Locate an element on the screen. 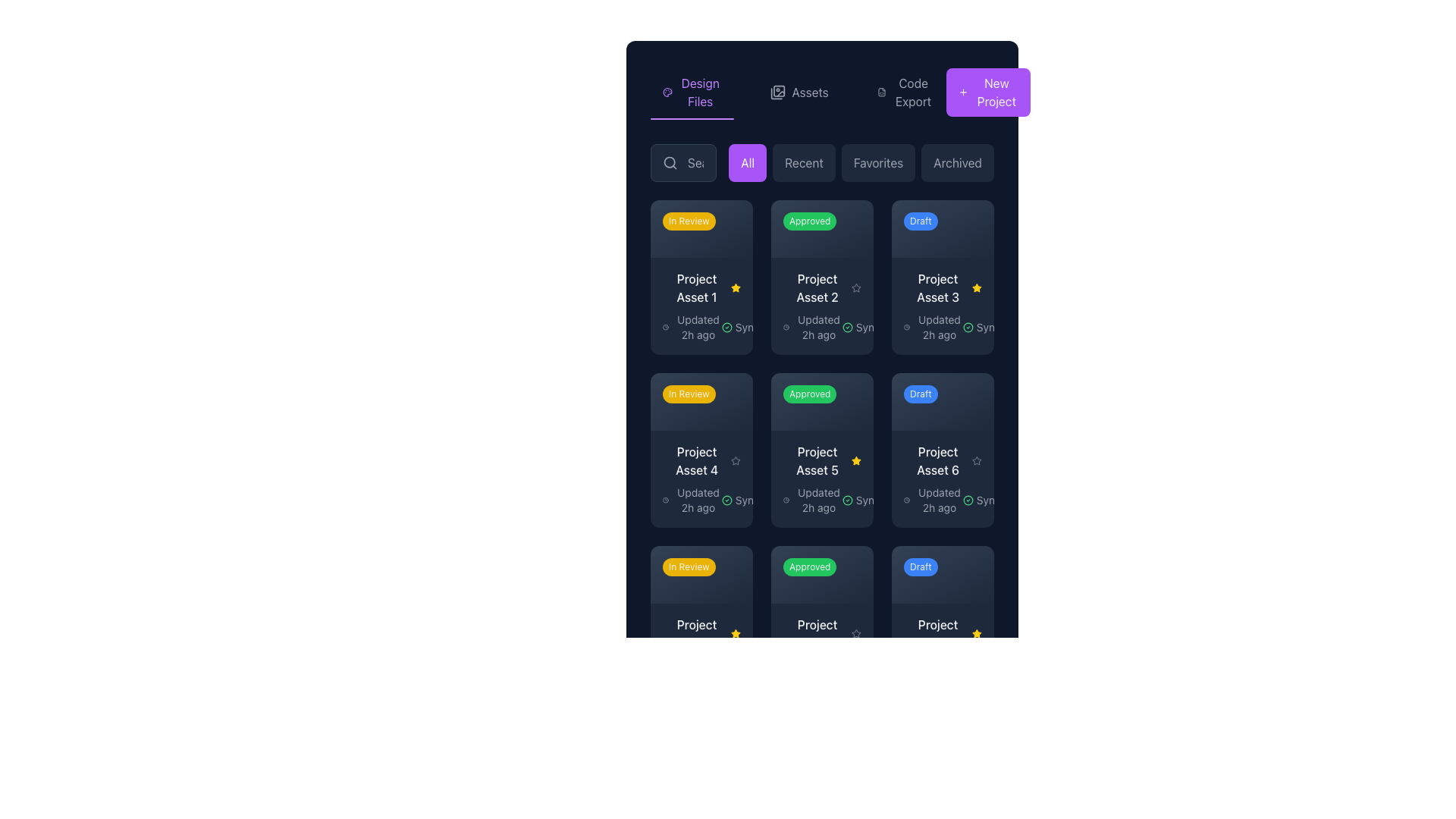 The height and width of the screenshot is (819, 1456). the small rectangular '+' icon located in the top-right corner of the purple 'New Project' button is located at coordinates (962, 93).